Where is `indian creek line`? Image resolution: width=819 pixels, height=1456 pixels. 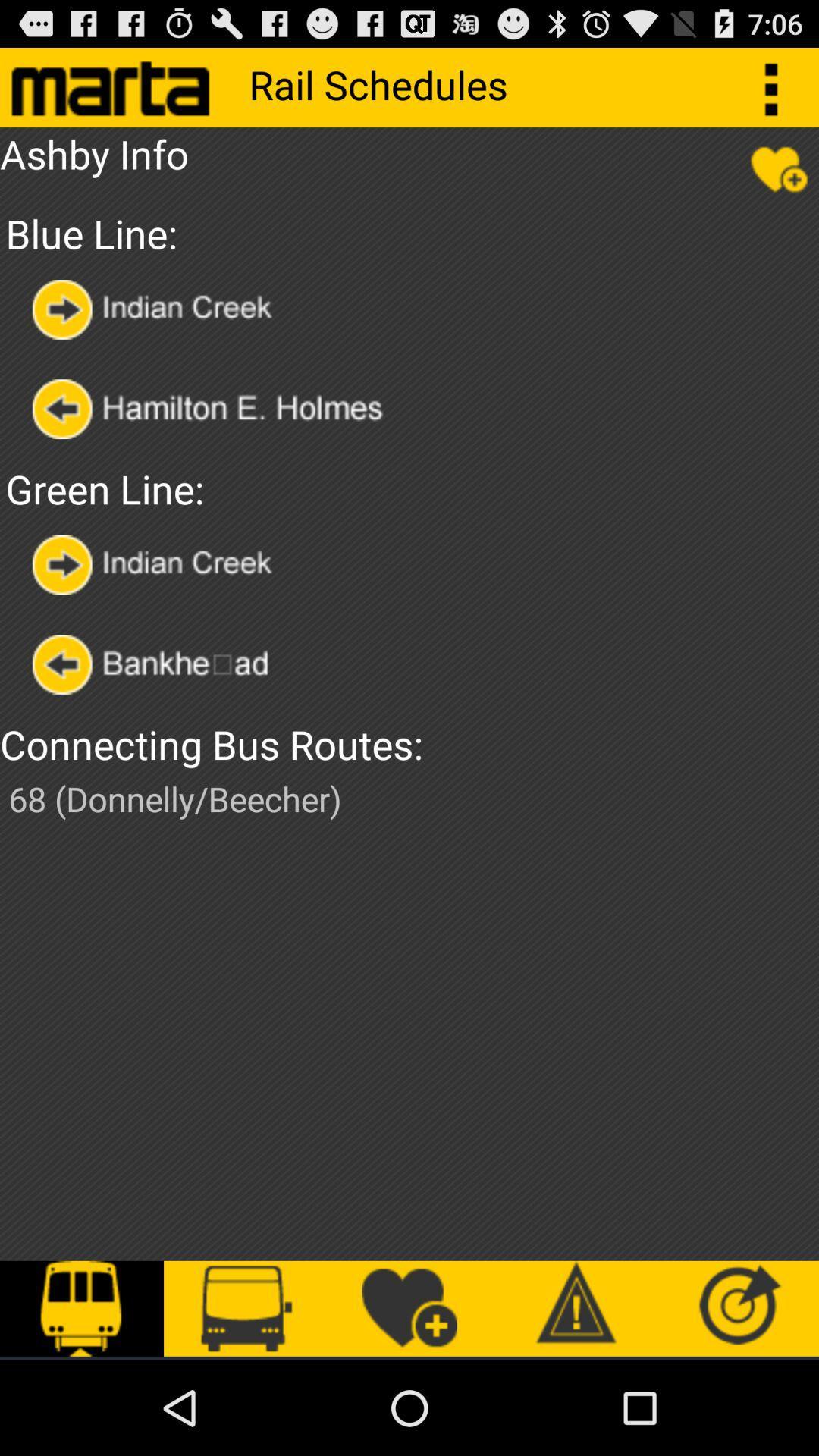
indian creek line is located at coordinates (157, 309).